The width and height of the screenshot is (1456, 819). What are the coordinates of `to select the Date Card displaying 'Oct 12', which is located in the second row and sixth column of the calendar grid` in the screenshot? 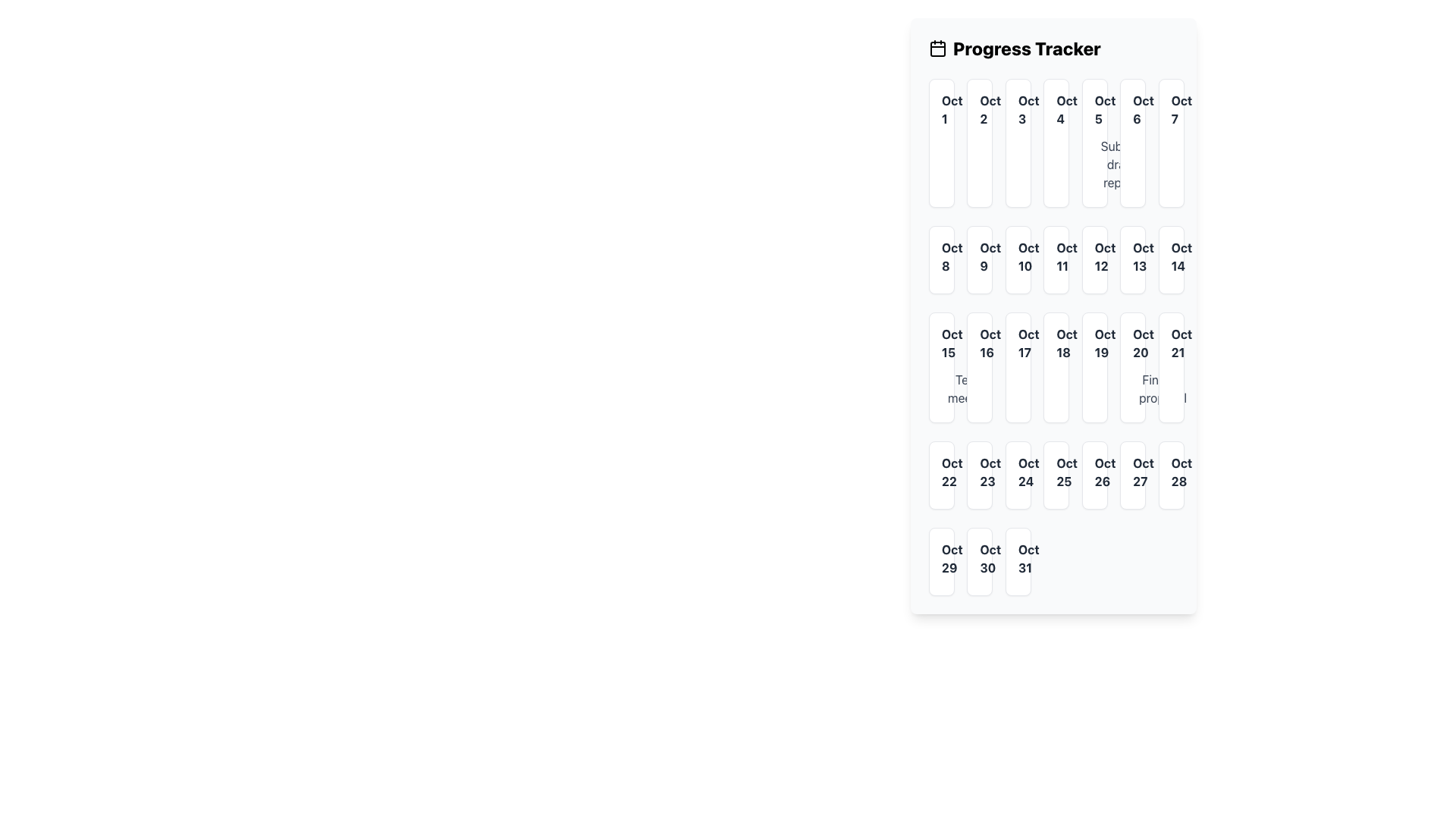 It's located at (1094, 259).